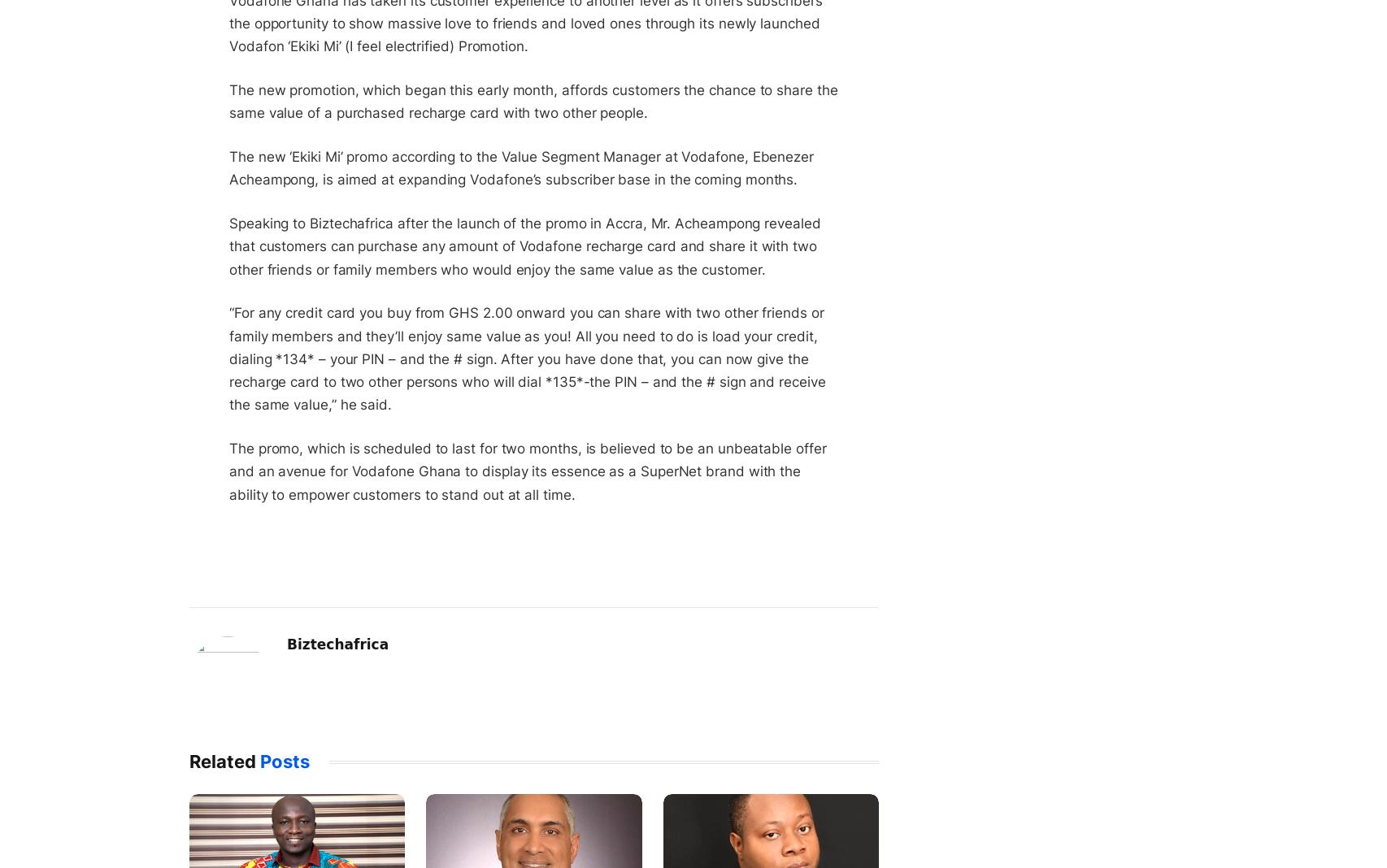  Describe the element at coordinates (526, 471) in the screenshot. I see `'The promo, which is scheduled to last for two months, is believed to be an unbeatable offer and an avenue for Vodafone Ghana to display its essence as a SuperNet brand with the ability to empower customers to stand out at all time.'` at that location.